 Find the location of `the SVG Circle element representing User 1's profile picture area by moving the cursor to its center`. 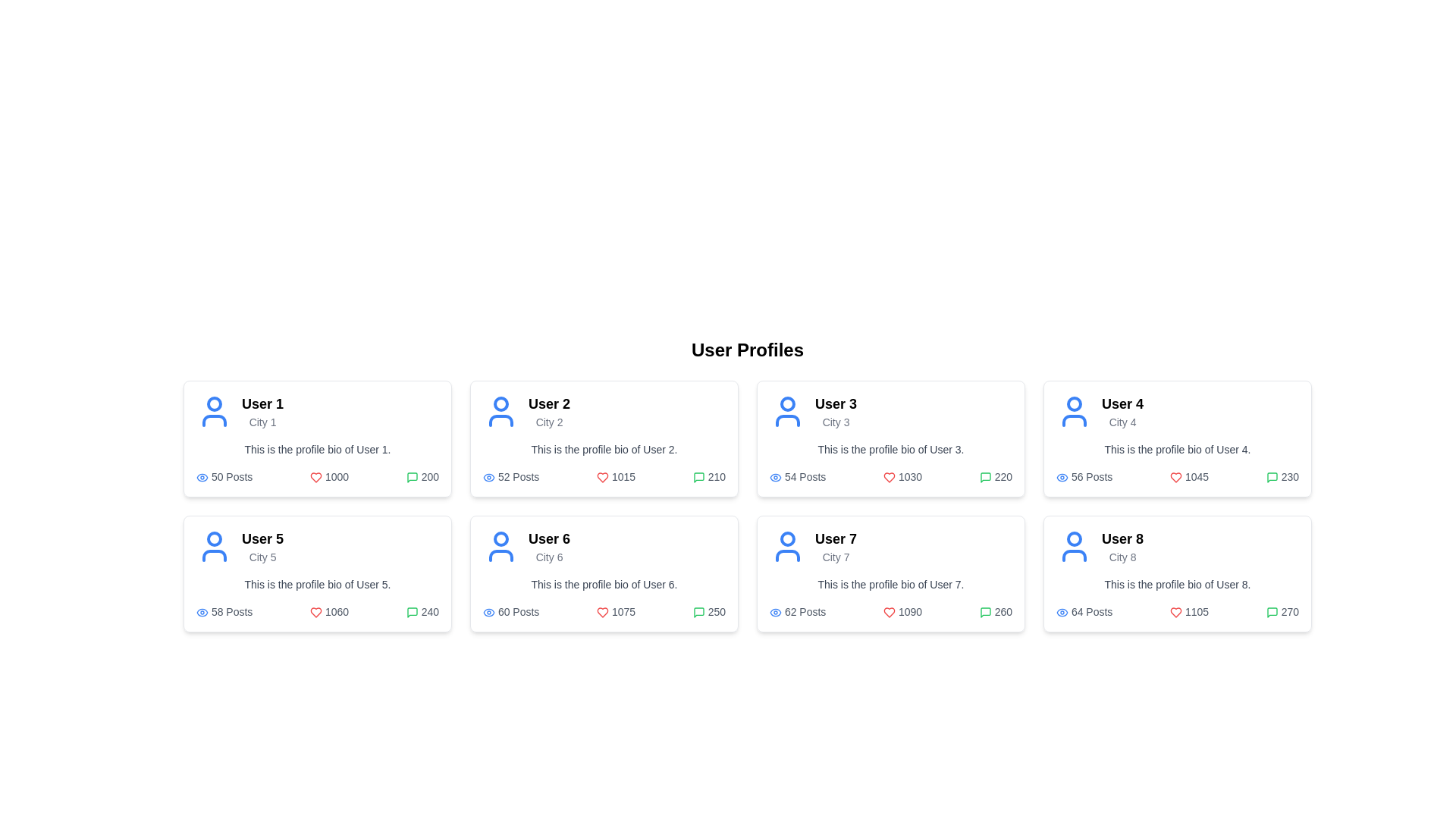

the SVG Circle element representing User 1's profile picture area by moving the cursor to its center is located at coordinates (214, 403).